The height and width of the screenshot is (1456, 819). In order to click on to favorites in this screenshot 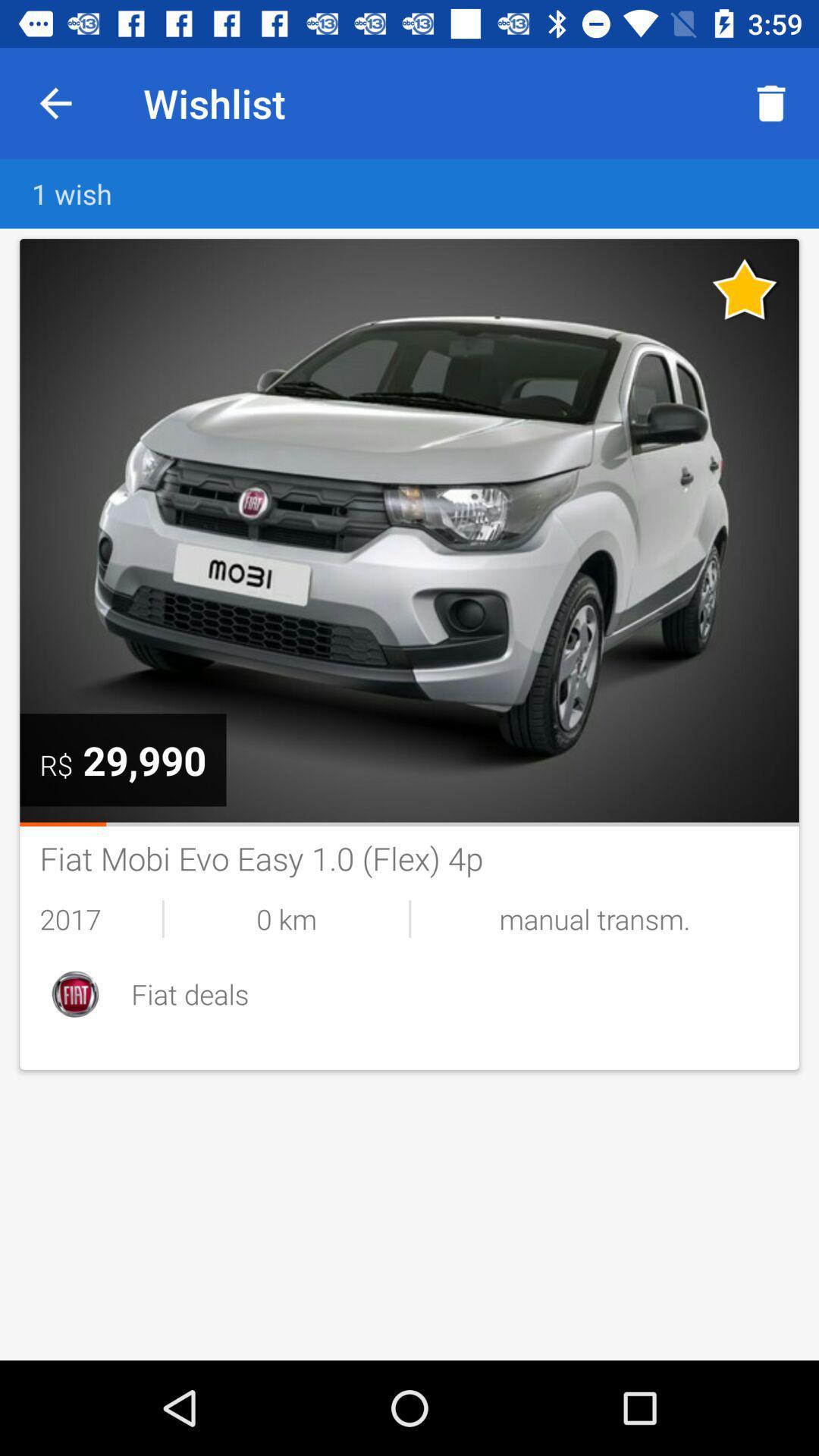, I will do `click(745, 289)`.